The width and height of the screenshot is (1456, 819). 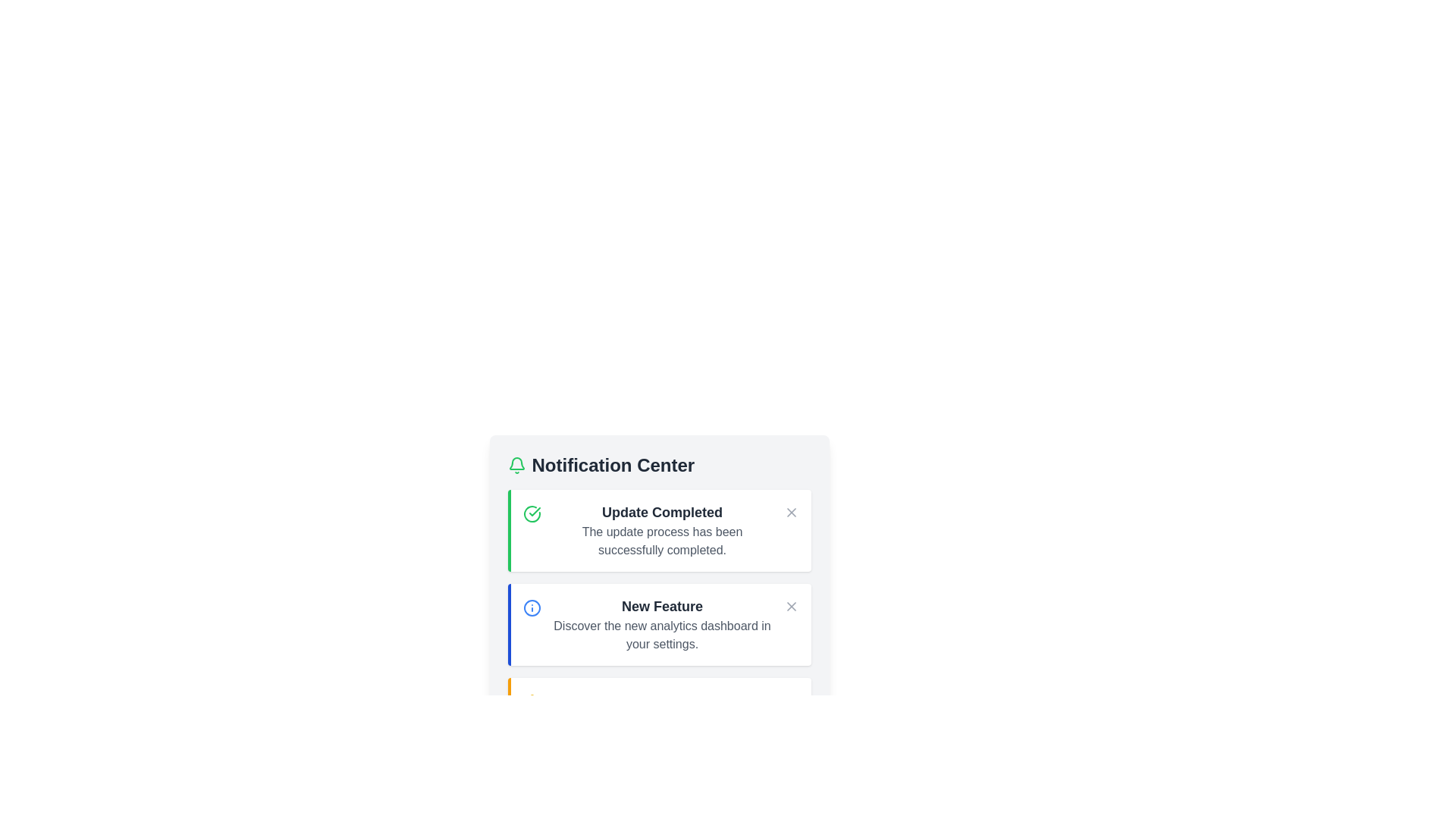 I want to click on the first notification in the Notification Center, which displays the headline 'Update Completed' and description 'The update process has been successfully completed.', so click(x=662, y=529).